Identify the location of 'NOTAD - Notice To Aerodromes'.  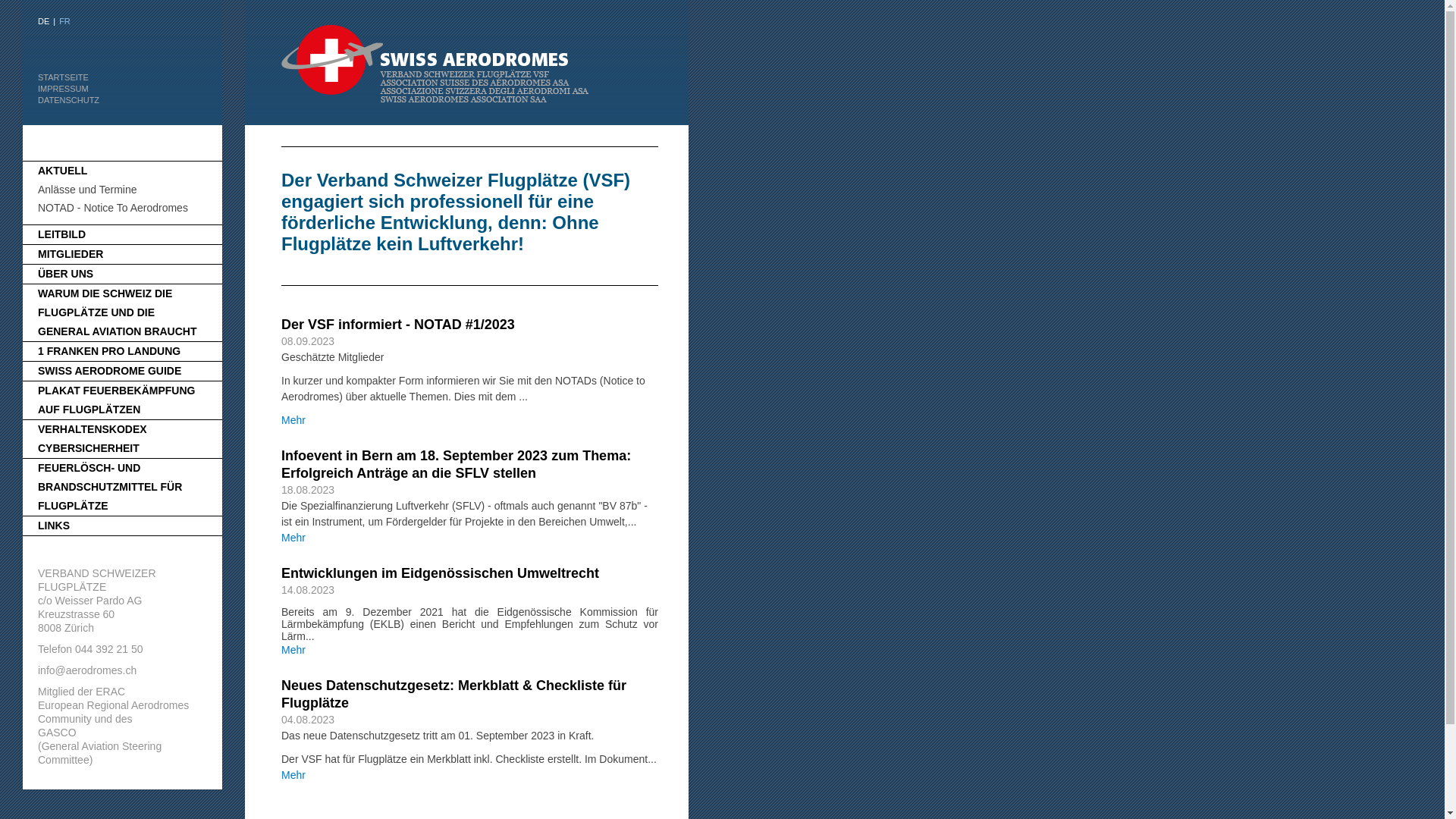
(111, 207).